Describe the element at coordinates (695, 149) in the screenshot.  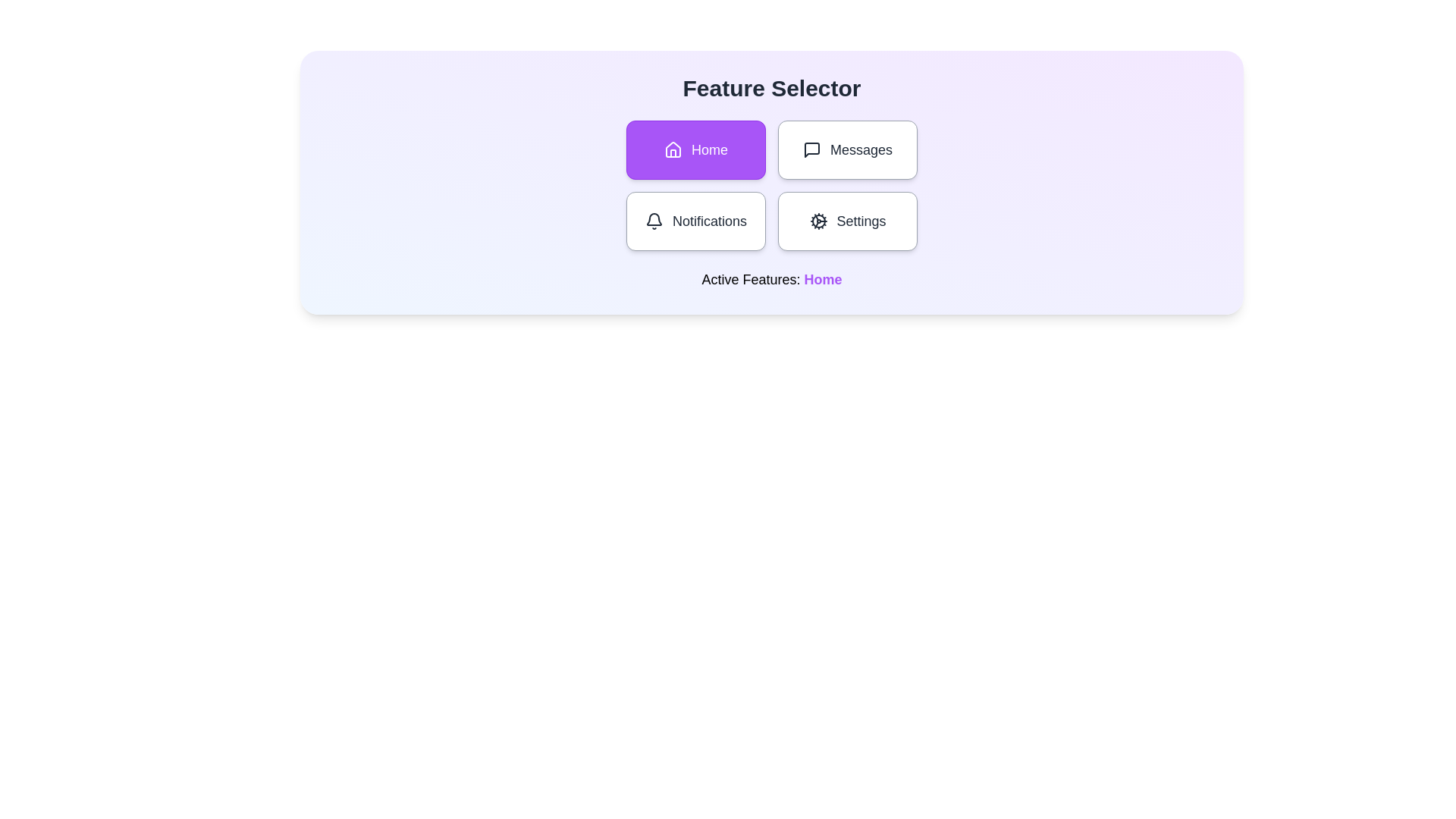
I see `the 'Home' button, which is a rectangular button with rounded corners, a vibrant purple background, and white text displaying 'Home', located at the top-left corner of a 2x2 grid layout` at that location.